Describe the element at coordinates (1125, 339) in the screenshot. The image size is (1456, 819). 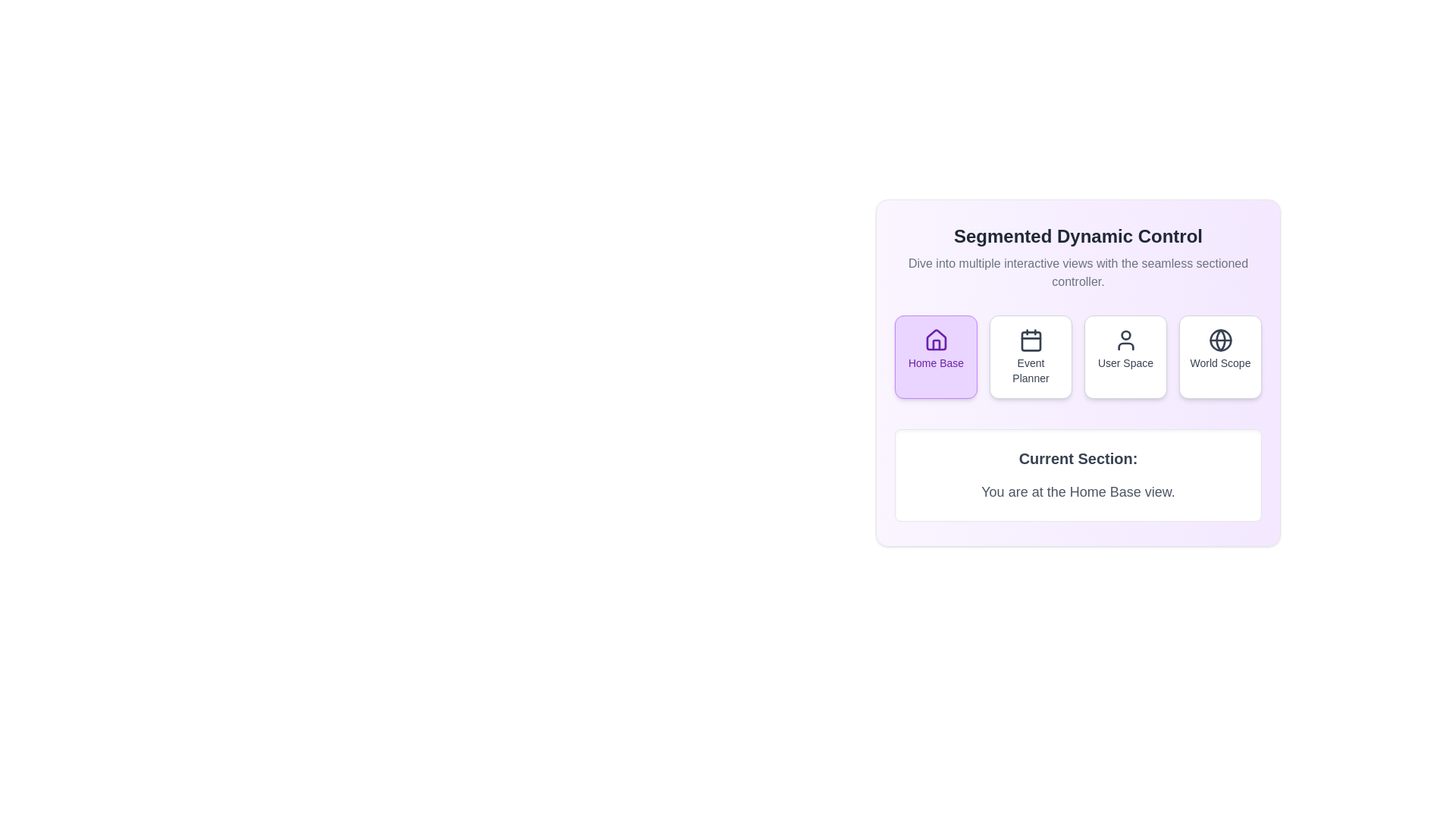
I see `the user profile icon, which is represented as a simplified outline of a person with a circular head and body, located within the 'User Space' button in the 'Segmented Dynamic Control' section` at that location.